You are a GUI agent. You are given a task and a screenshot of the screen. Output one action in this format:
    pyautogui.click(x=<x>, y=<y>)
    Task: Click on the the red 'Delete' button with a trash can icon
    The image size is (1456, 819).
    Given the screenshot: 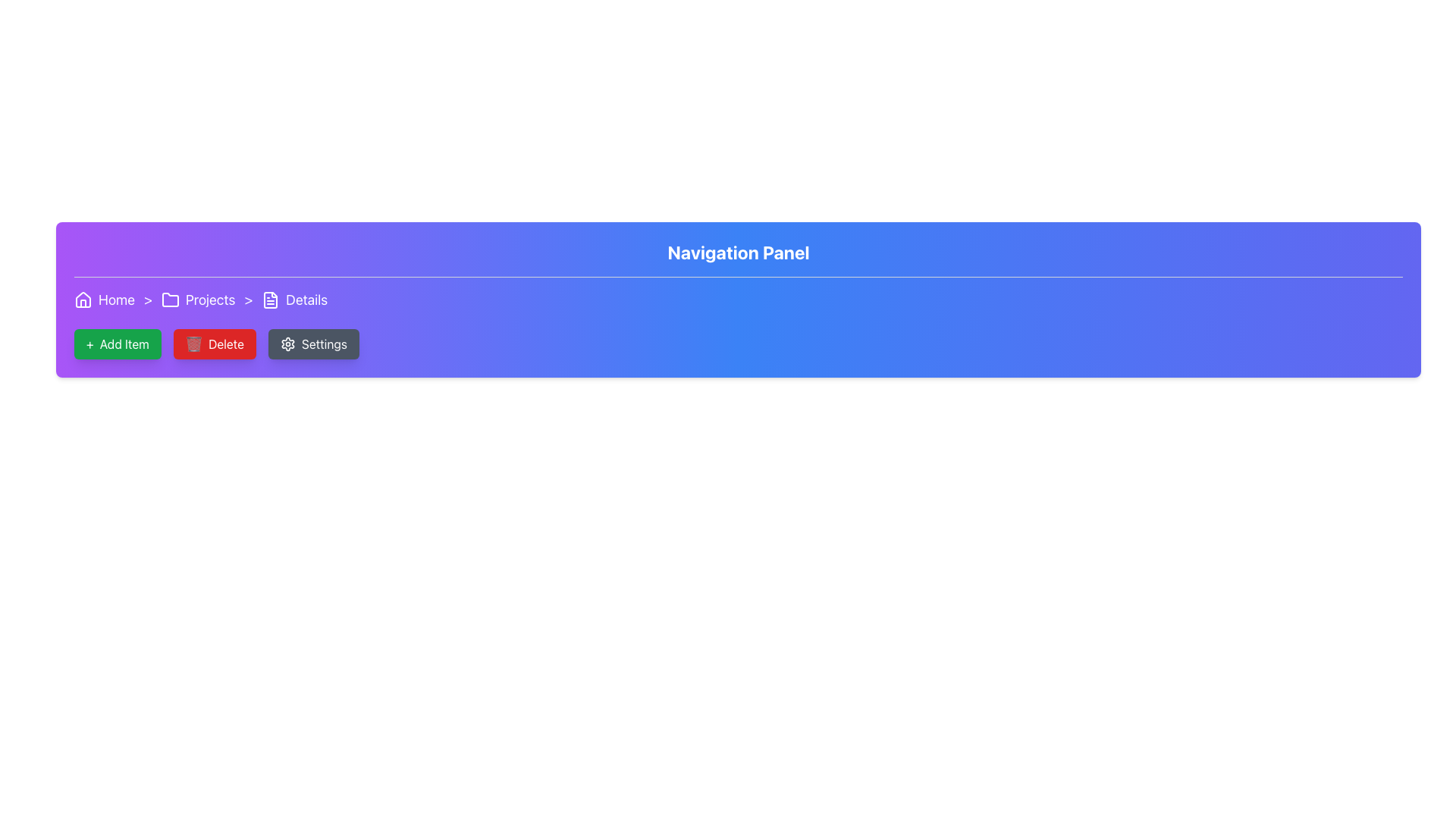 What is the action you would take?
    pyautogui.click(x=214, y=344)
    